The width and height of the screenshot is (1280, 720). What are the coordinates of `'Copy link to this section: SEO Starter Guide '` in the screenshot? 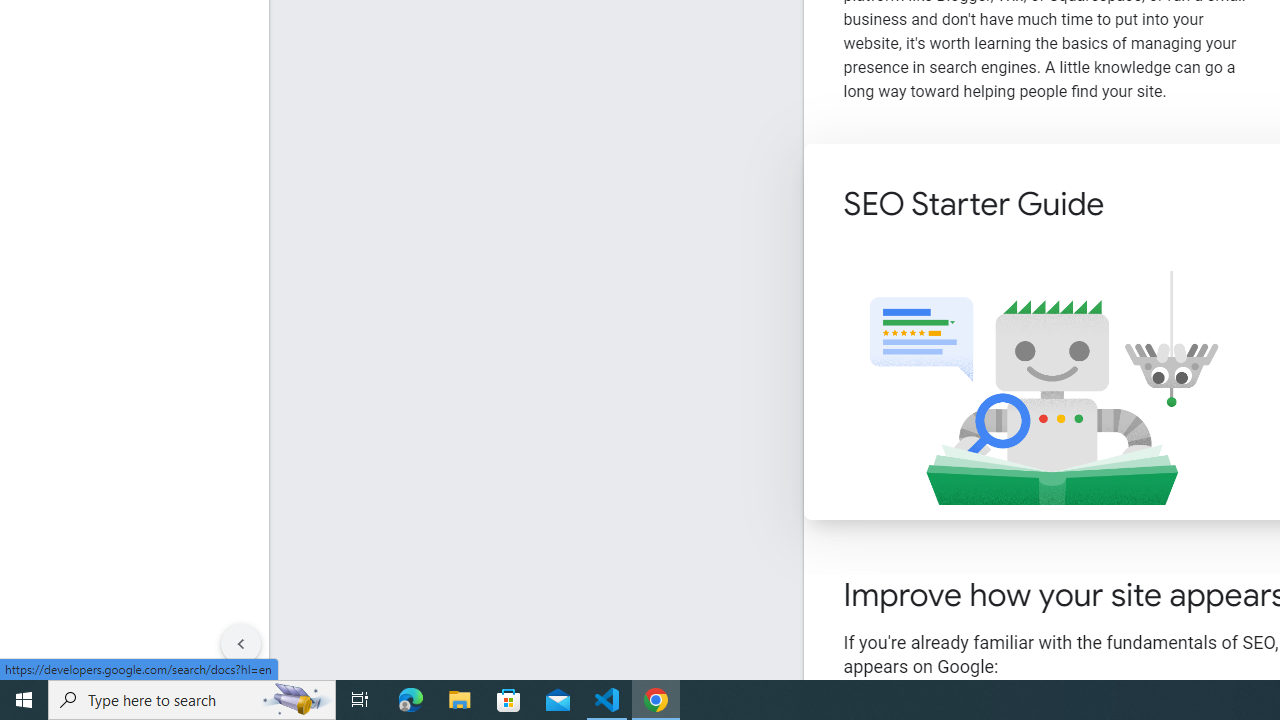 It's located at (1131, 206).